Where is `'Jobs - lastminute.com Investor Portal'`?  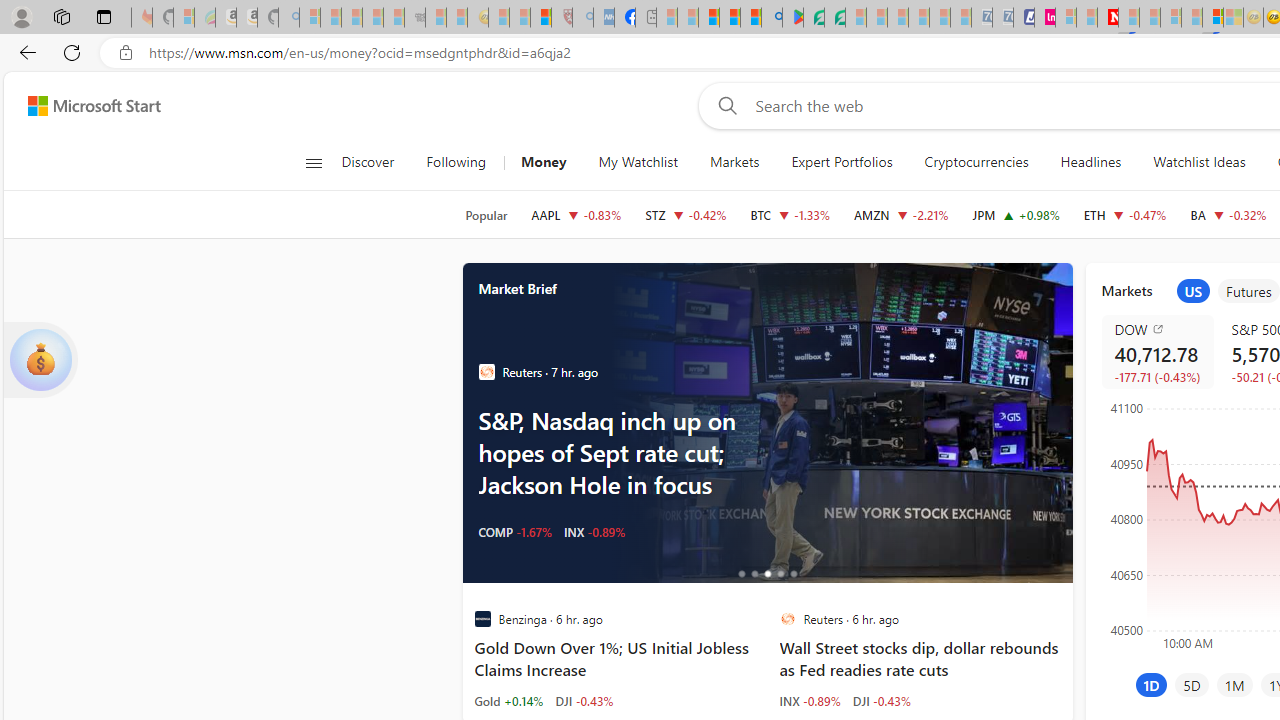
'Jobs - lastminute.com Investor Portal' is located at coordinates (1044, 17).